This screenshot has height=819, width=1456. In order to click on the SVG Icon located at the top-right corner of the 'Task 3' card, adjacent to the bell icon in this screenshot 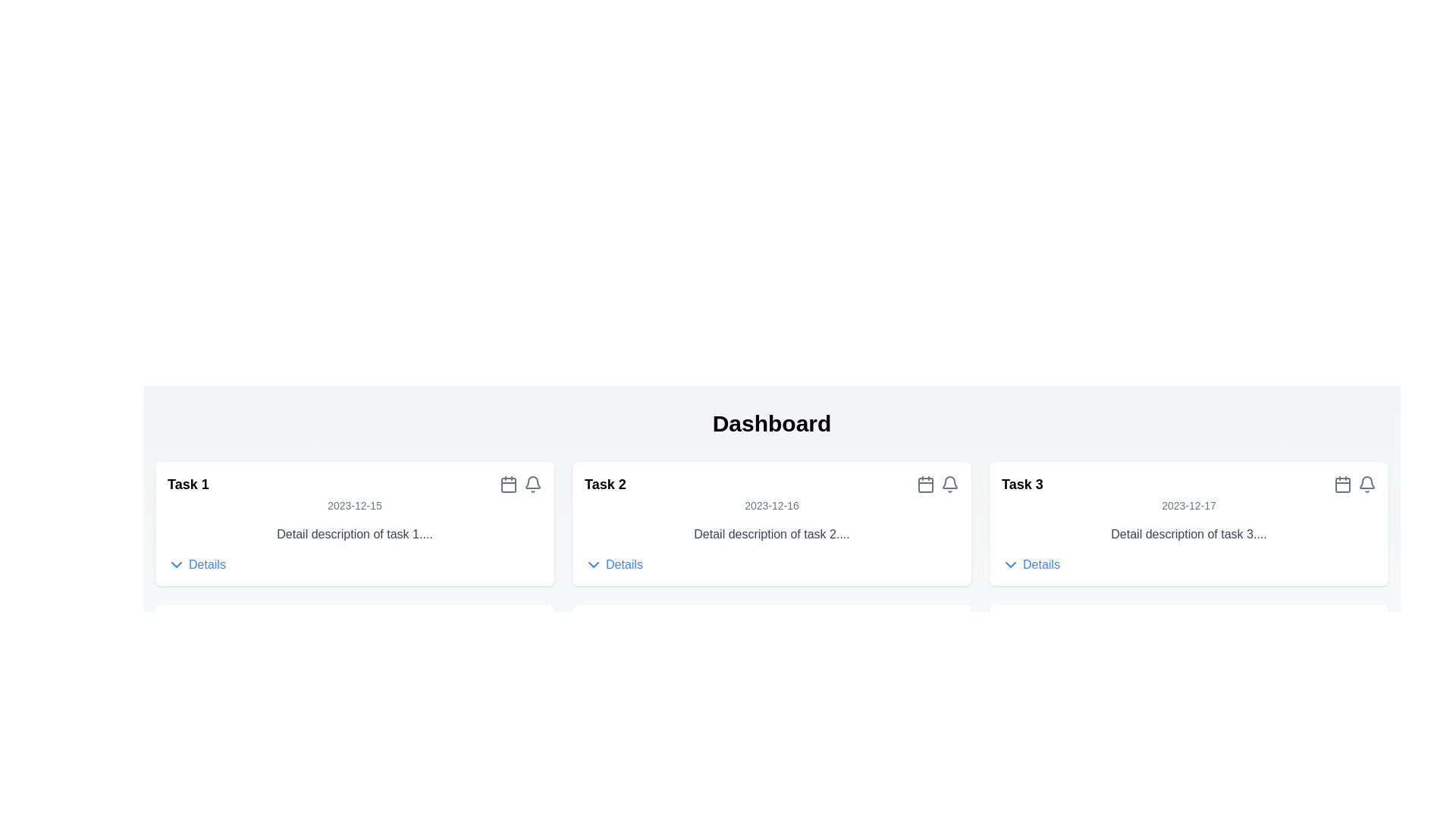, I will do `click(1343, 485)`.